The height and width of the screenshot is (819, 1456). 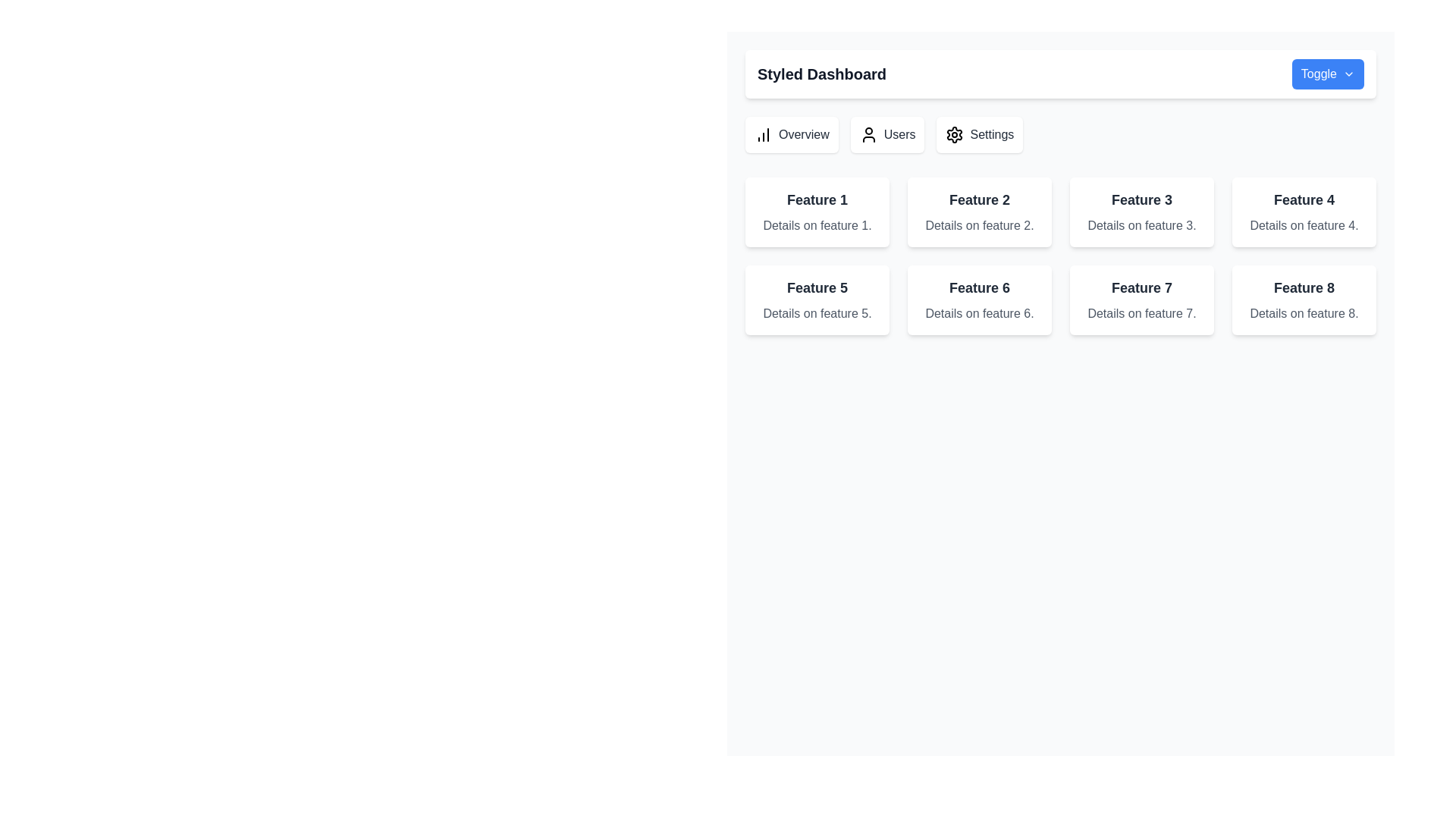 I want to click on the chevron down icon located at the top-right corner of the interface within the 'Toggle' button, so click(x=1349, y=74).